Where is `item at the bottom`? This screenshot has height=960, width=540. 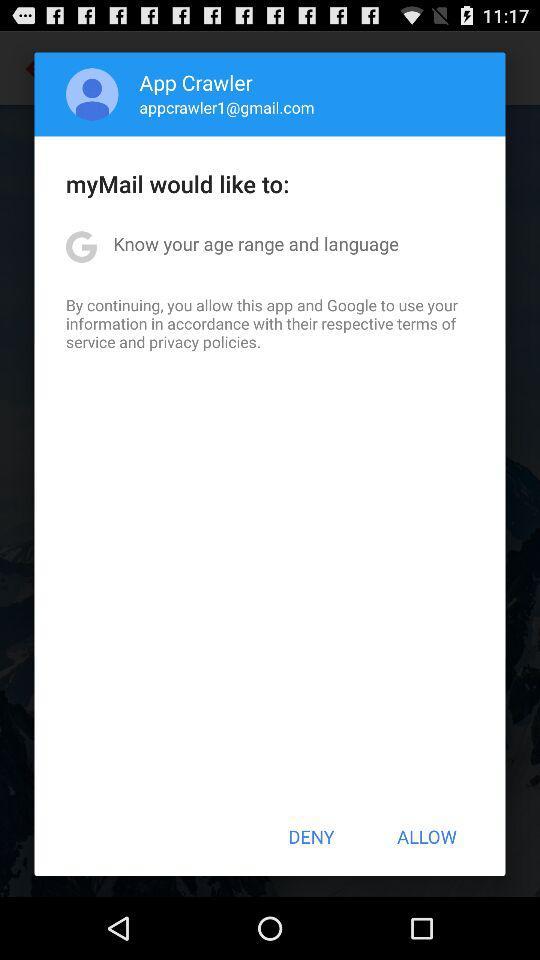
item at the bottom is located at coordinates (311, 836).